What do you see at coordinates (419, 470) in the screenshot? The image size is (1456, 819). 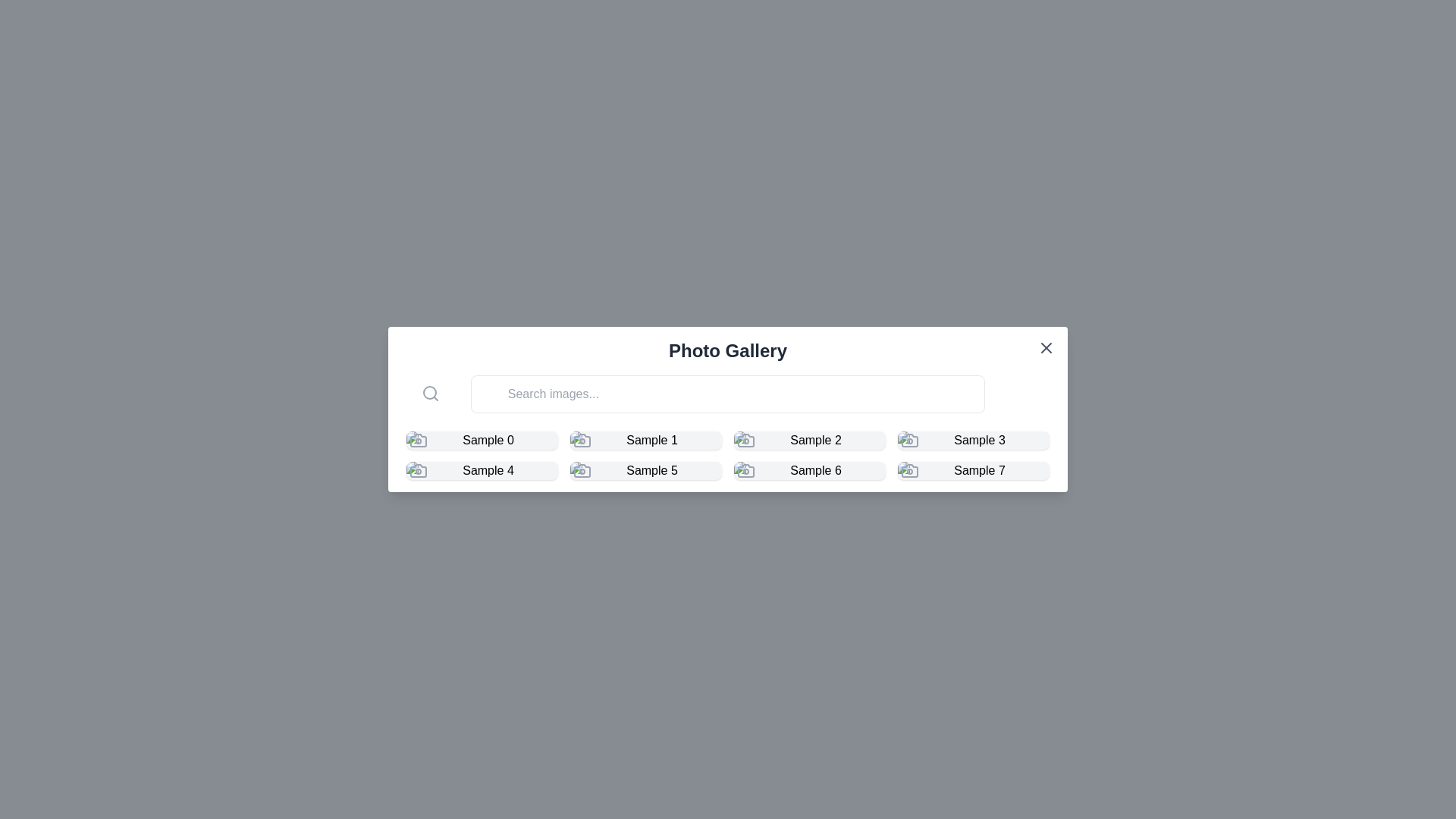 I see `the icon located in the second row associated with 'Sample 4', which represents an image or photo-related functionality` at bounding box center [419, 470].